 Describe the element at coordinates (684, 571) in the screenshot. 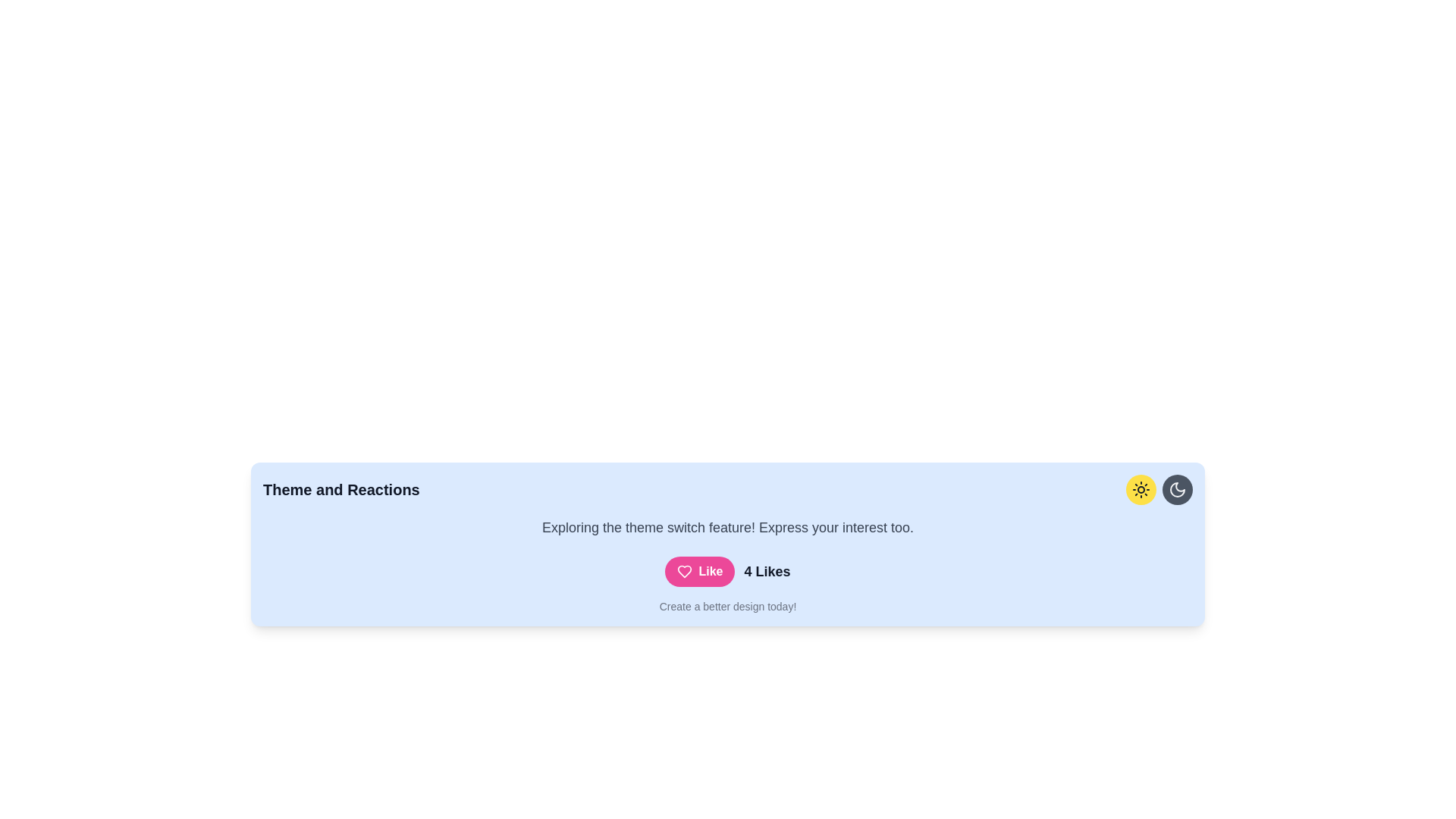

I see `heart-shaped icon within the pink 'Like' button, which is used to represent 'like' or 'favorite' actions` at that location.